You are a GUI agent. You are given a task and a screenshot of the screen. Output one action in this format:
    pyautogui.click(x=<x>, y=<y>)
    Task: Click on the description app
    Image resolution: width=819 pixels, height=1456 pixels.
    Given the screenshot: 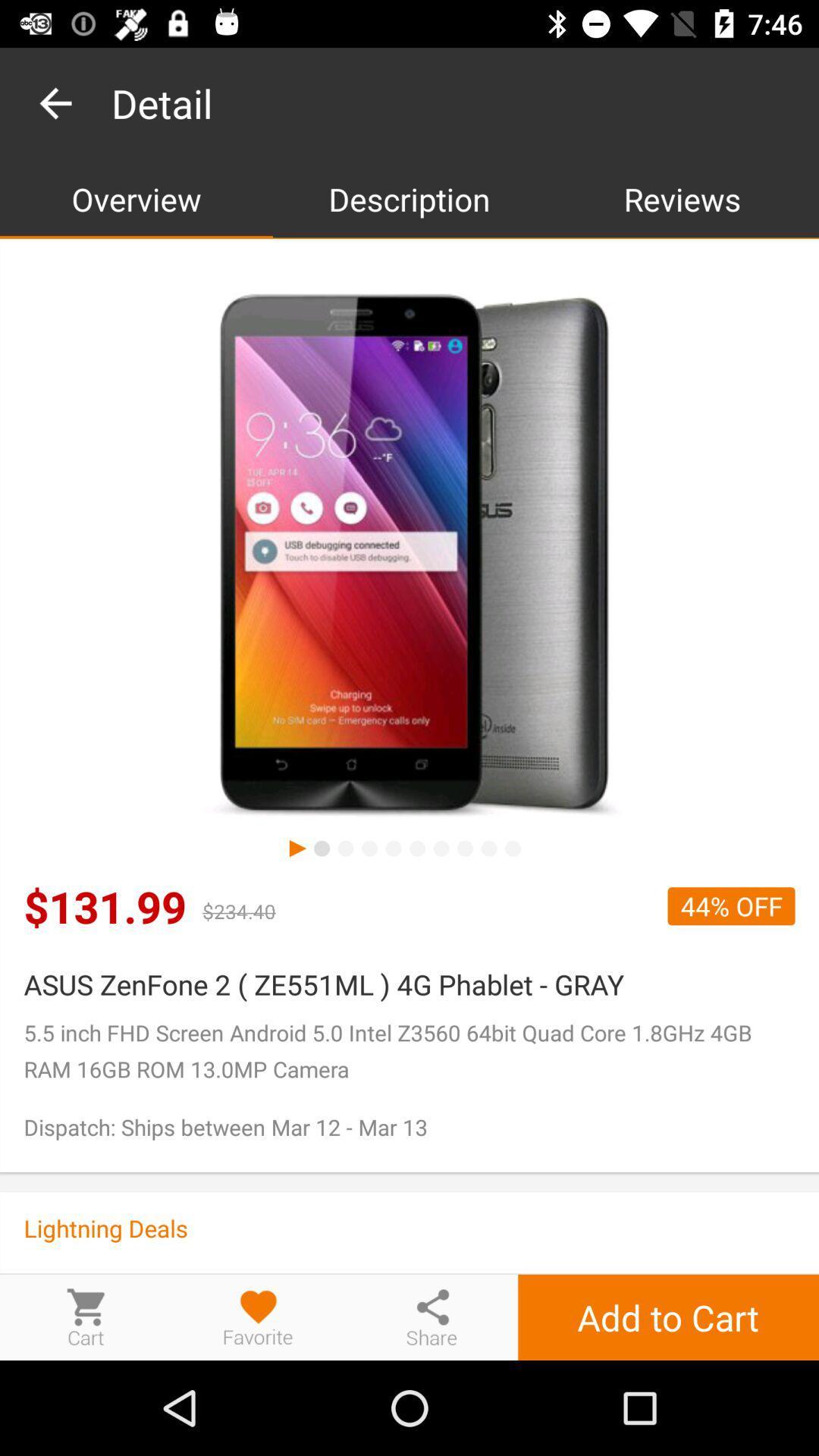 What is the action you would take?
    pyautogui.click(x=409, y=198)
    